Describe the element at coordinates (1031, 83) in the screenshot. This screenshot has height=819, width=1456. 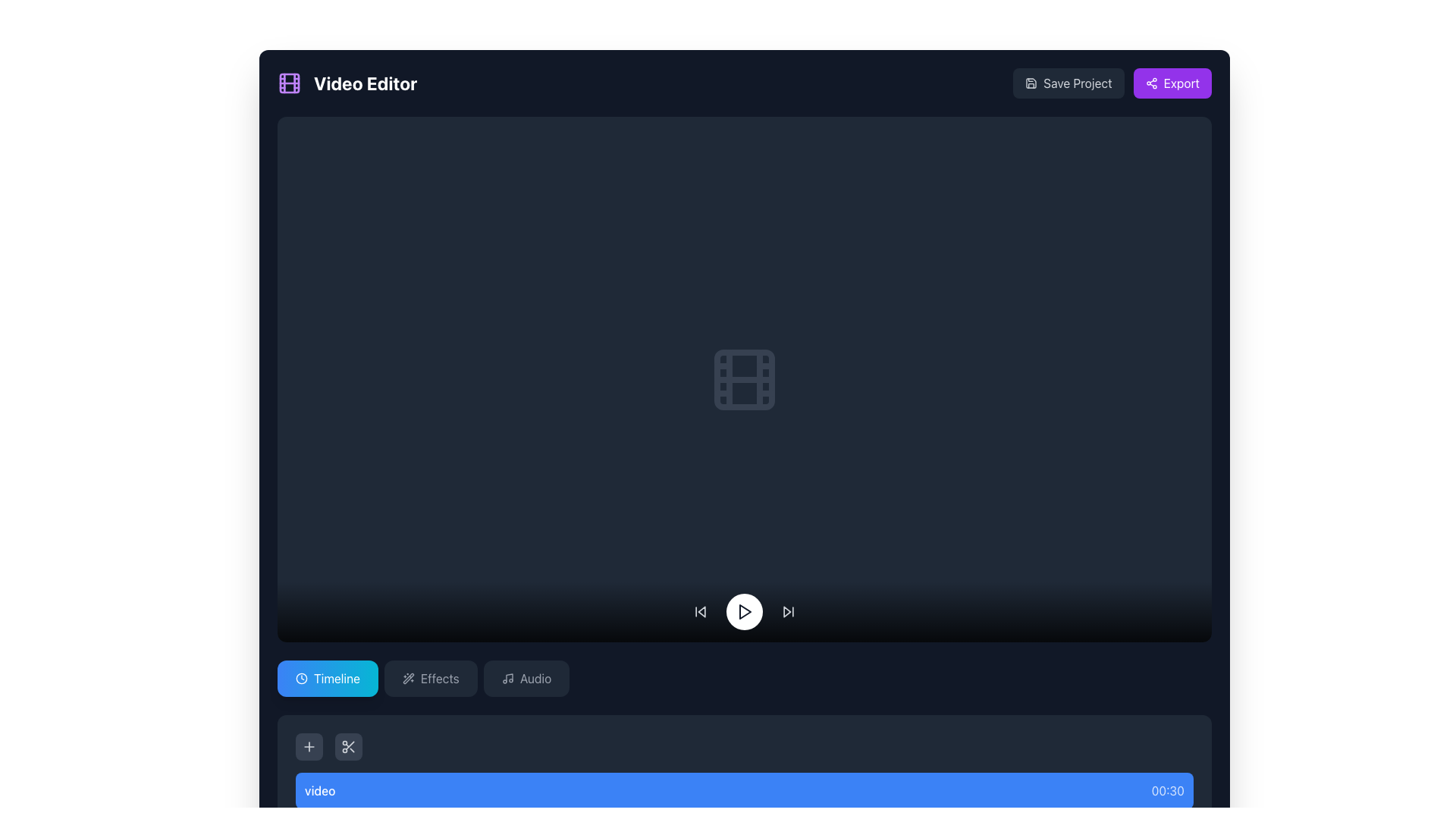
I see `the save icon within the 'Save Project' button, which is styled as a minimalistic floppy disk icon located at the top-right section of the interface` at that location.